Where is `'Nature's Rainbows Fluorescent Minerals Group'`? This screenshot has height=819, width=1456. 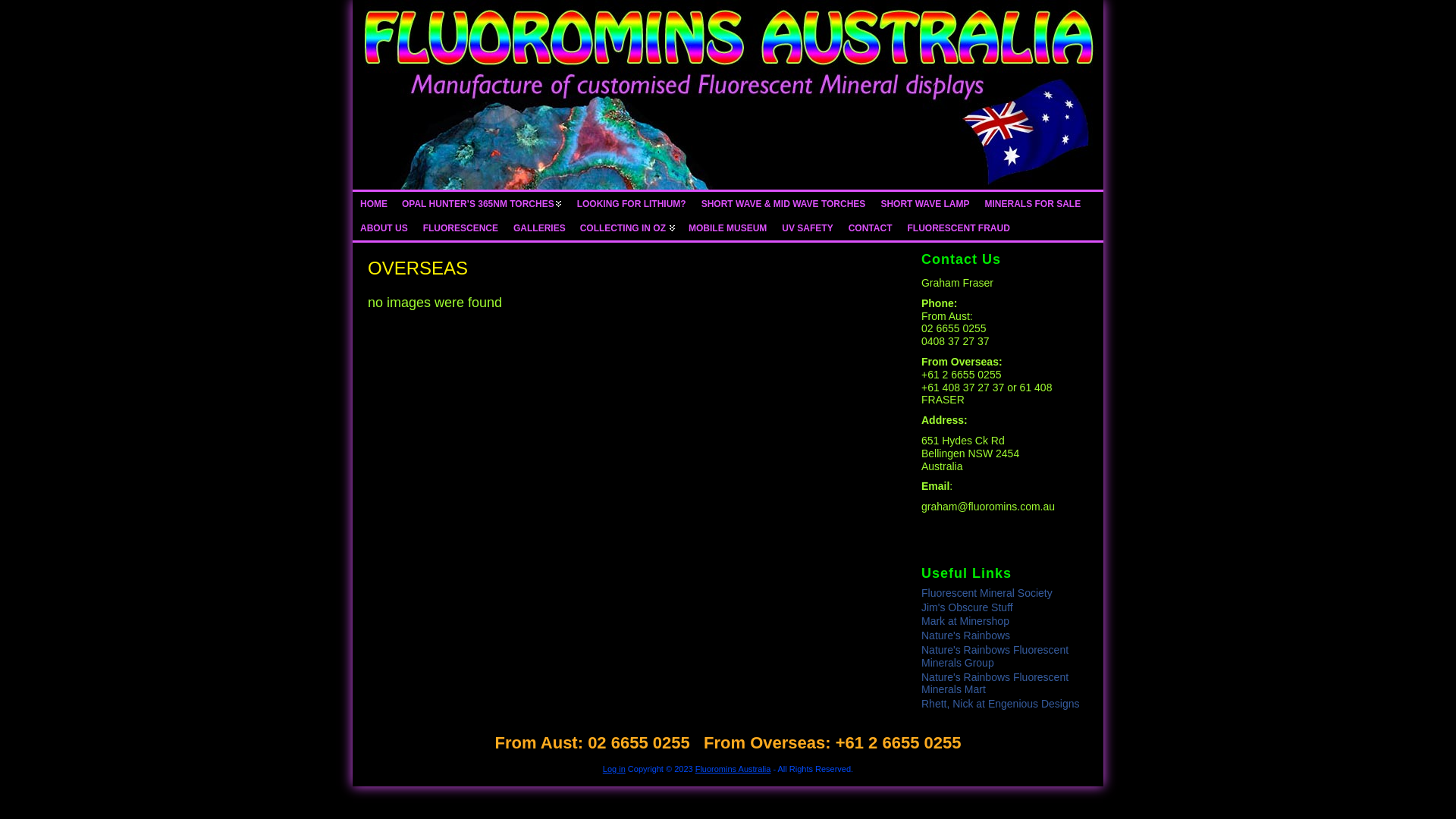 'Nature's Rainbows Fluorescent Minerals Group' is located at coordinates (994, 655).